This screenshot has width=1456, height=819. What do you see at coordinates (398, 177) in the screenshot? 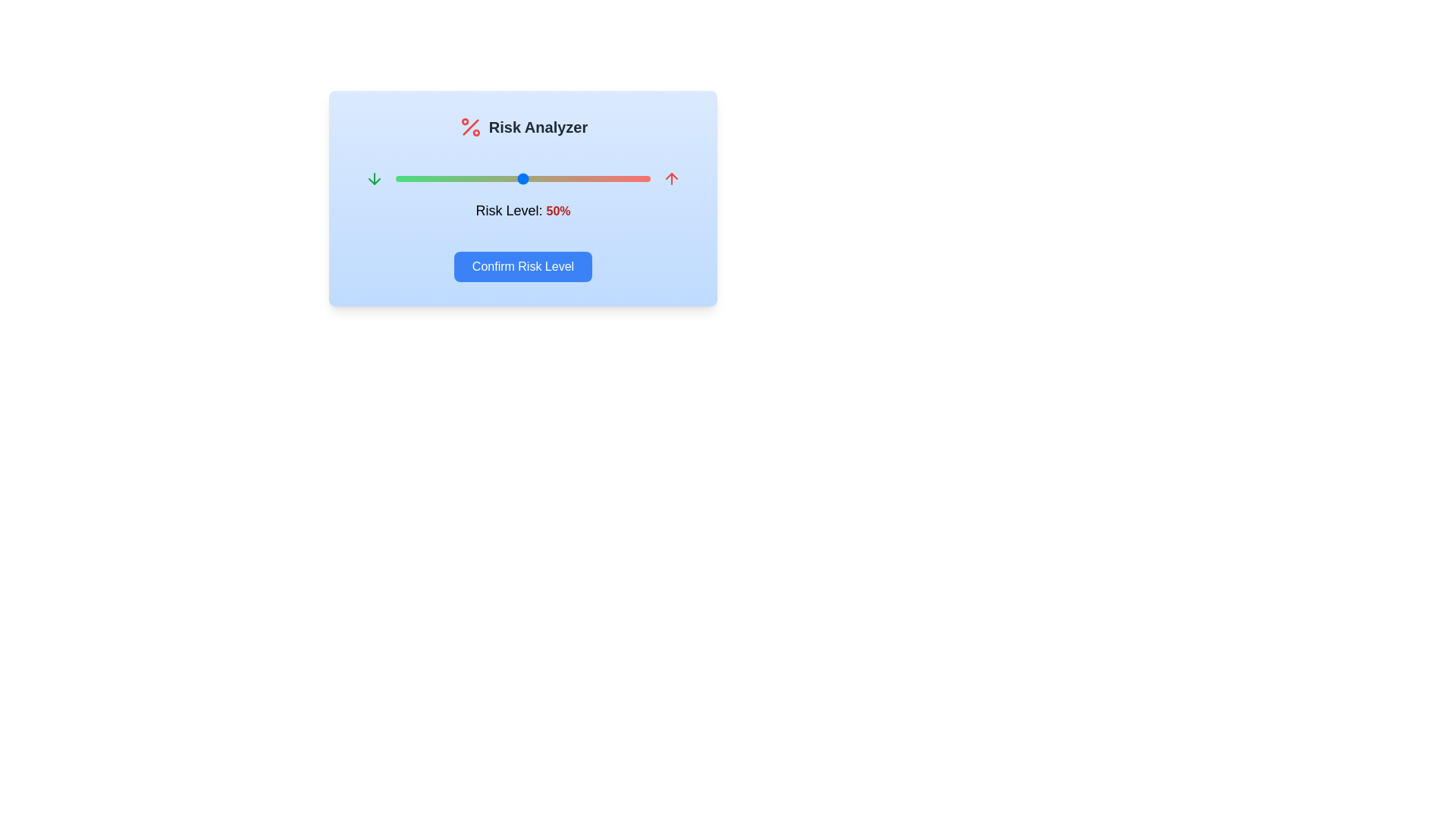
I see `the risk level to 1% by interacting with the slider` at bounding box center [398, 177].